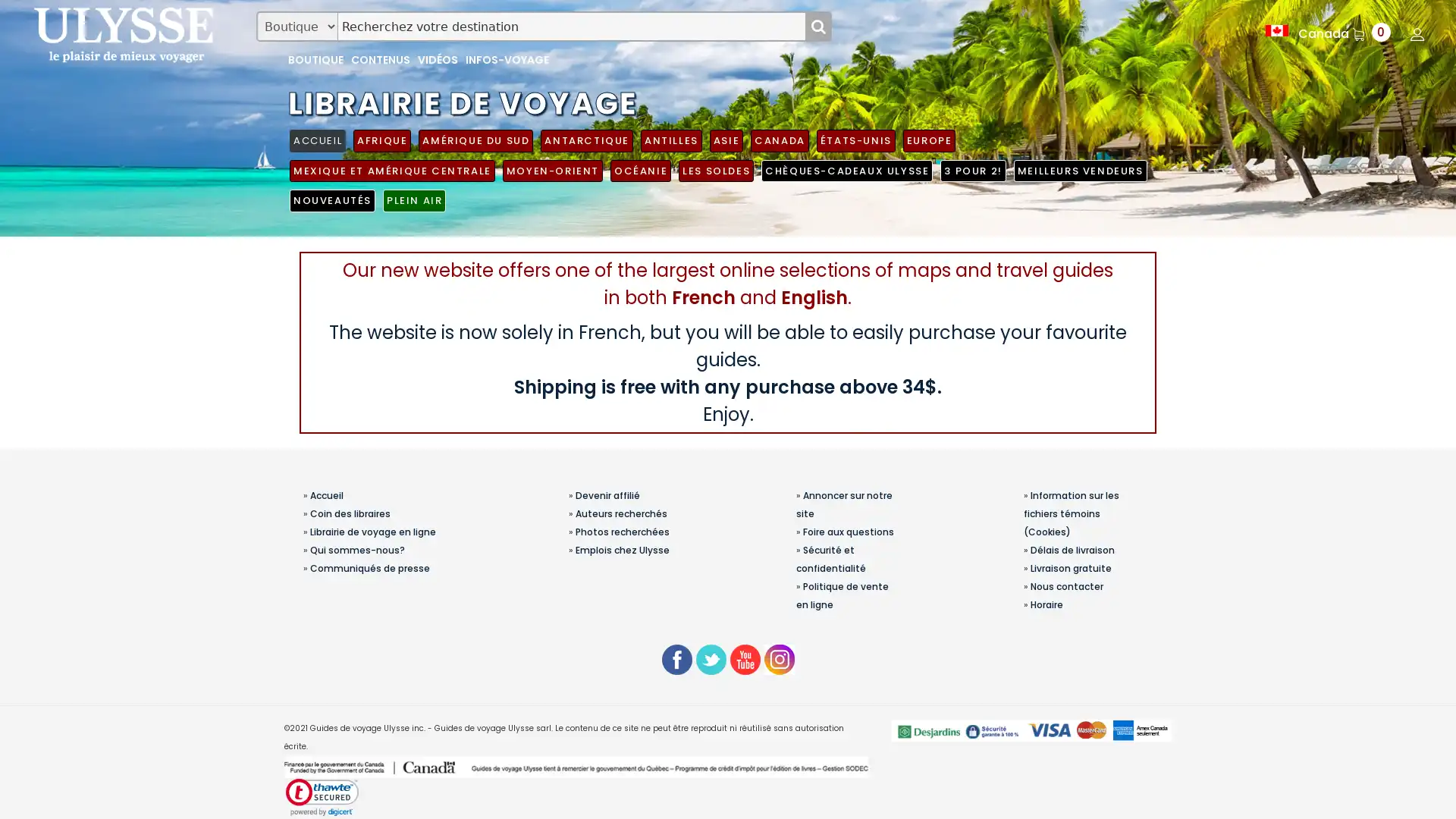 This screenshot has width=1456, height=819. I want to click on ANTARCTIQUE, so click(585, 140).